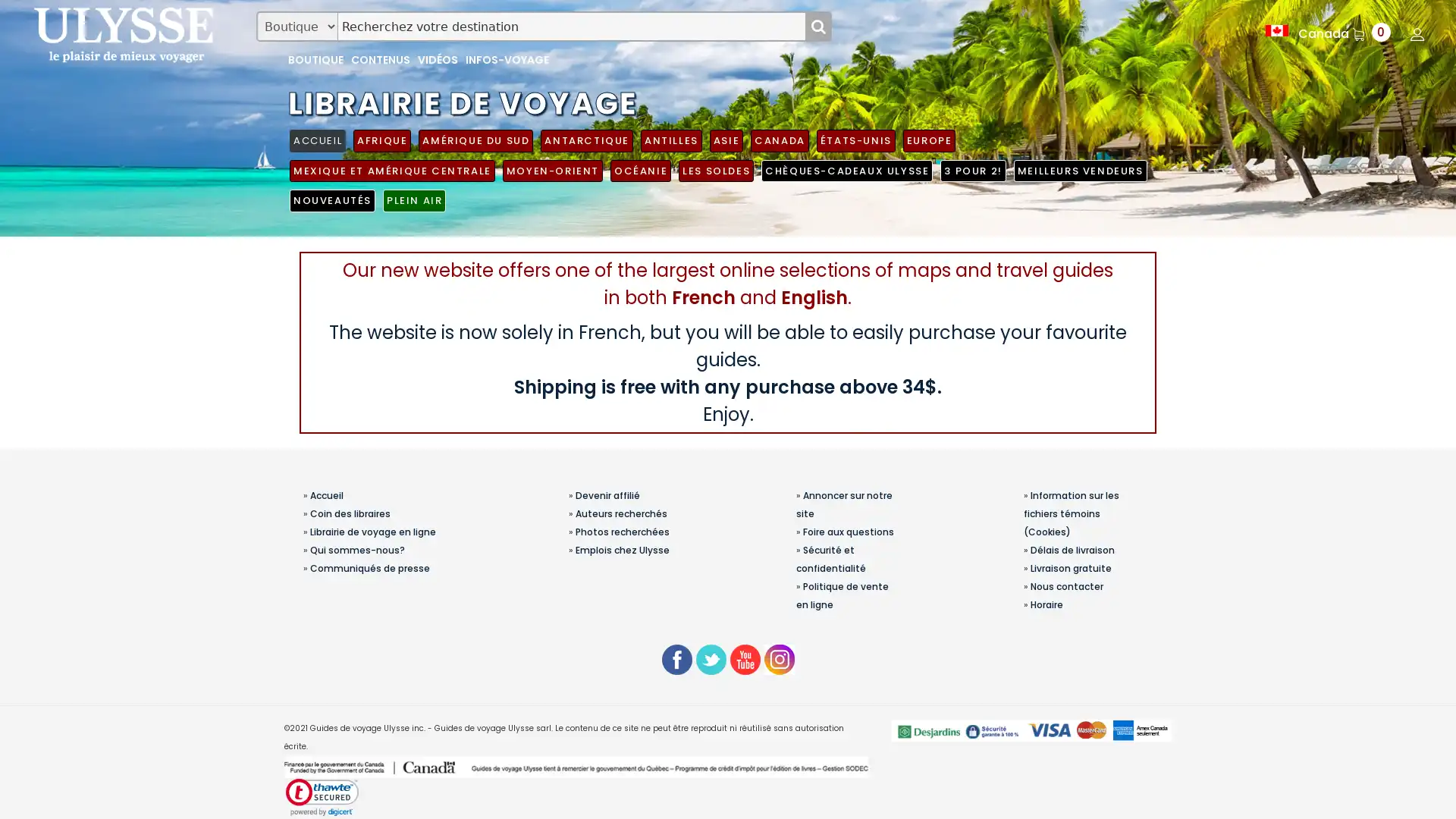 This screenshot has width=1456, height=819. I want to click on ANTARCTIQUE, so click(585, 140).